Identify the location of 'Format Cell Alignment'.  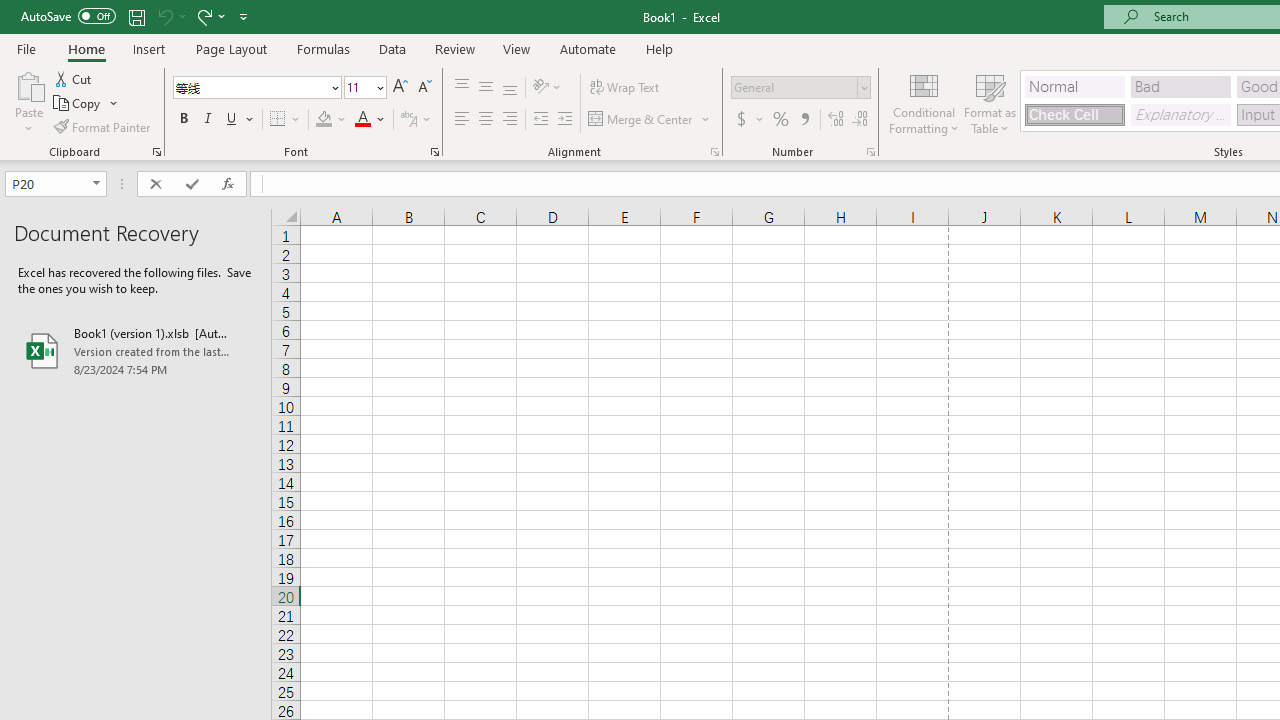
(714, 150).